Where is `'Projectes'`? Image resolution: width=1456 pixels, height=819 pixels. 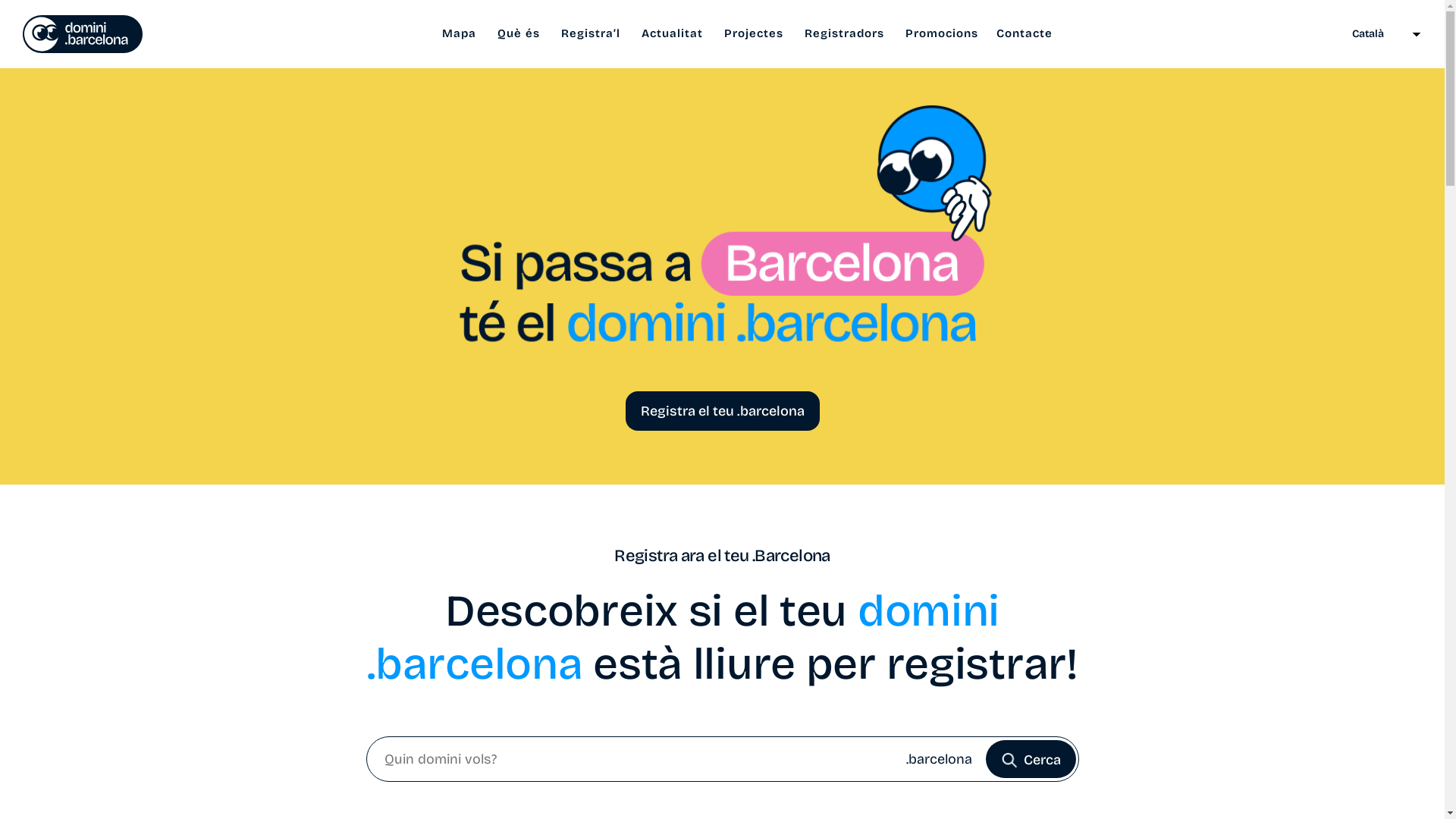
'Projectes' is located at coordinates (753, 33).